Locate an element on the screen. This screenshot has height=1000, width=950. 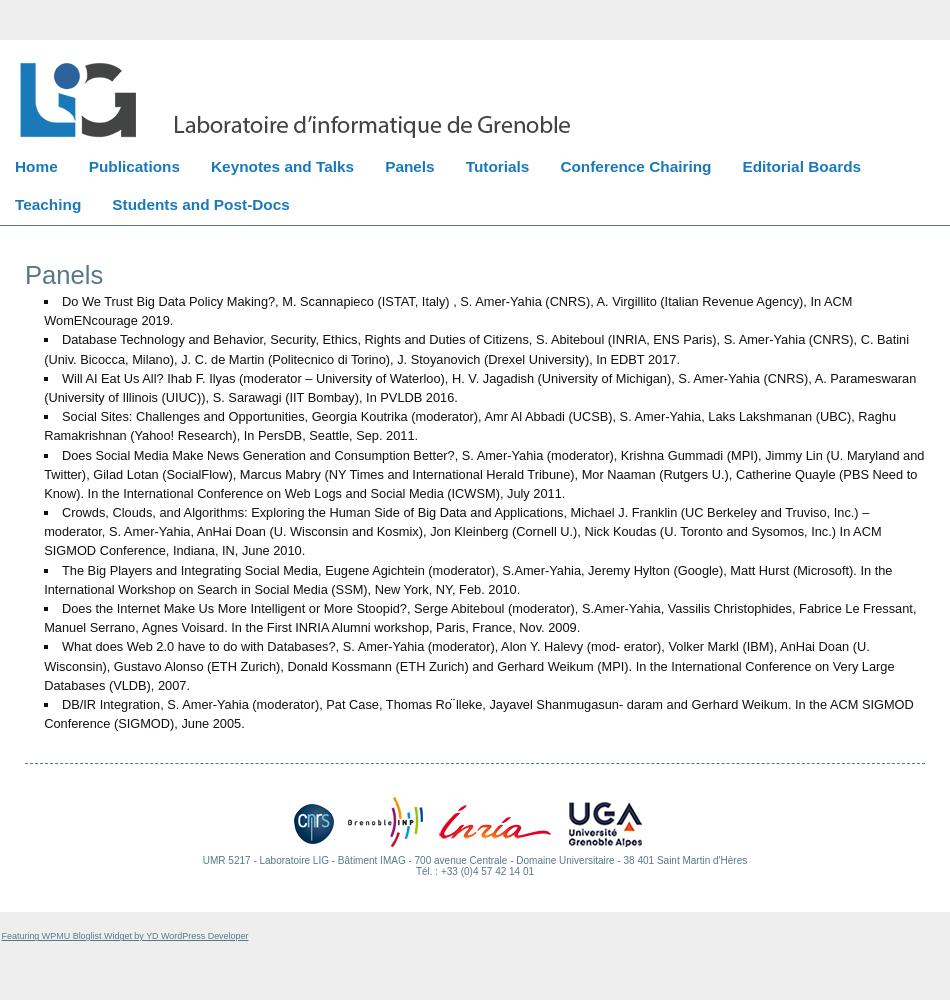
'Do We Trust Big Data Policy Making?, M. Scannapieco (ISTAT, Italy) , S. Amer-Yahia (CNRS), A. Virgillito (Italian Revenue Agency), In ACM WomENcourage 2019.' is located at coordinates (447, 311).